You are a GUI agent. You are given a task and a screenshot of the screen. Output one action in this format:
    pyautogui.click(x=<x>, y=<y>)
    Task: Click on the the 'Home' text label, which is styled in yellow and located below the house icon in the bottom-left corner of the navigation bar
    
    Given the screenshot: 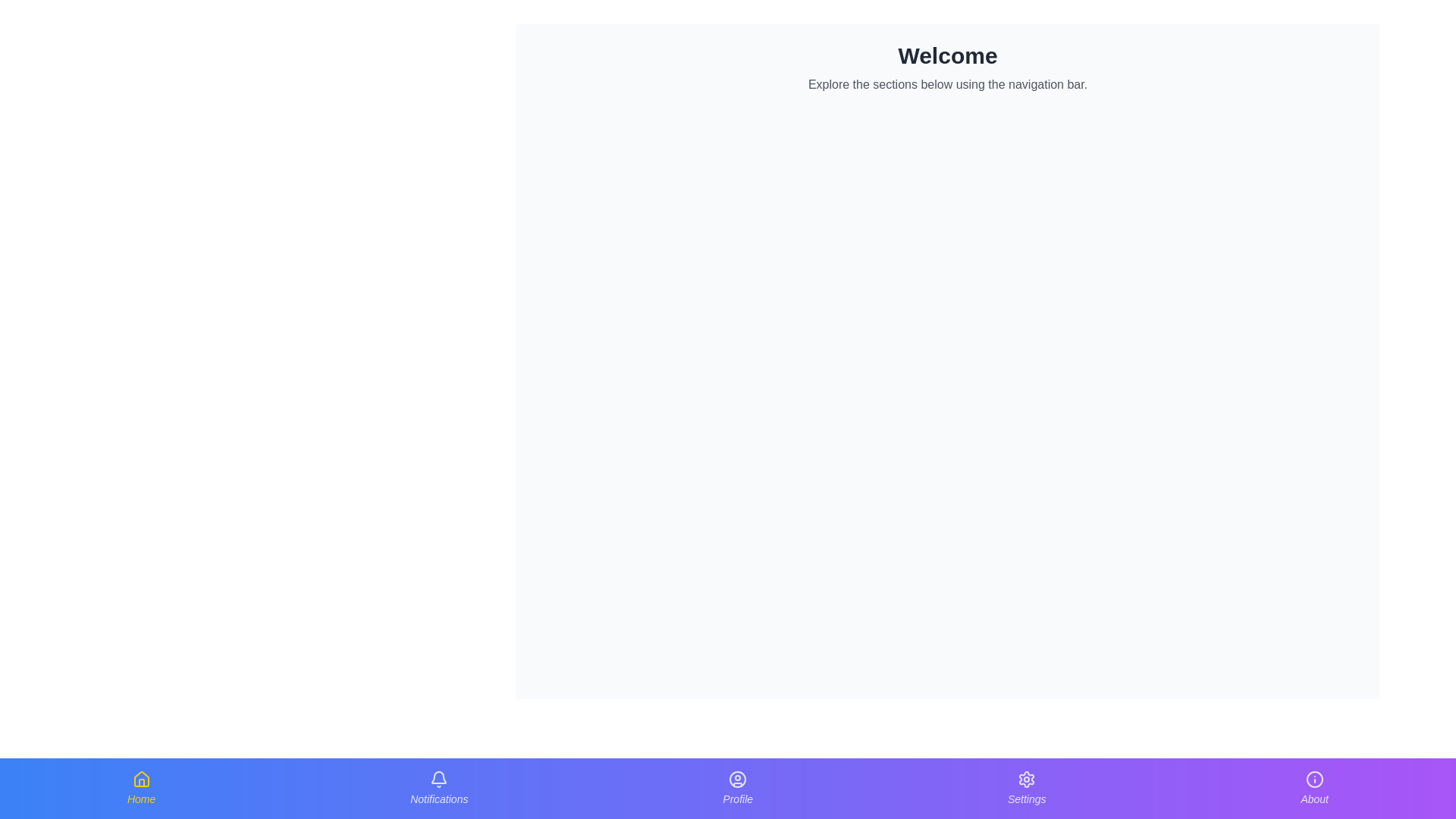 What is the action you would take?
    pyautogui.click(x=141, y=798)
    